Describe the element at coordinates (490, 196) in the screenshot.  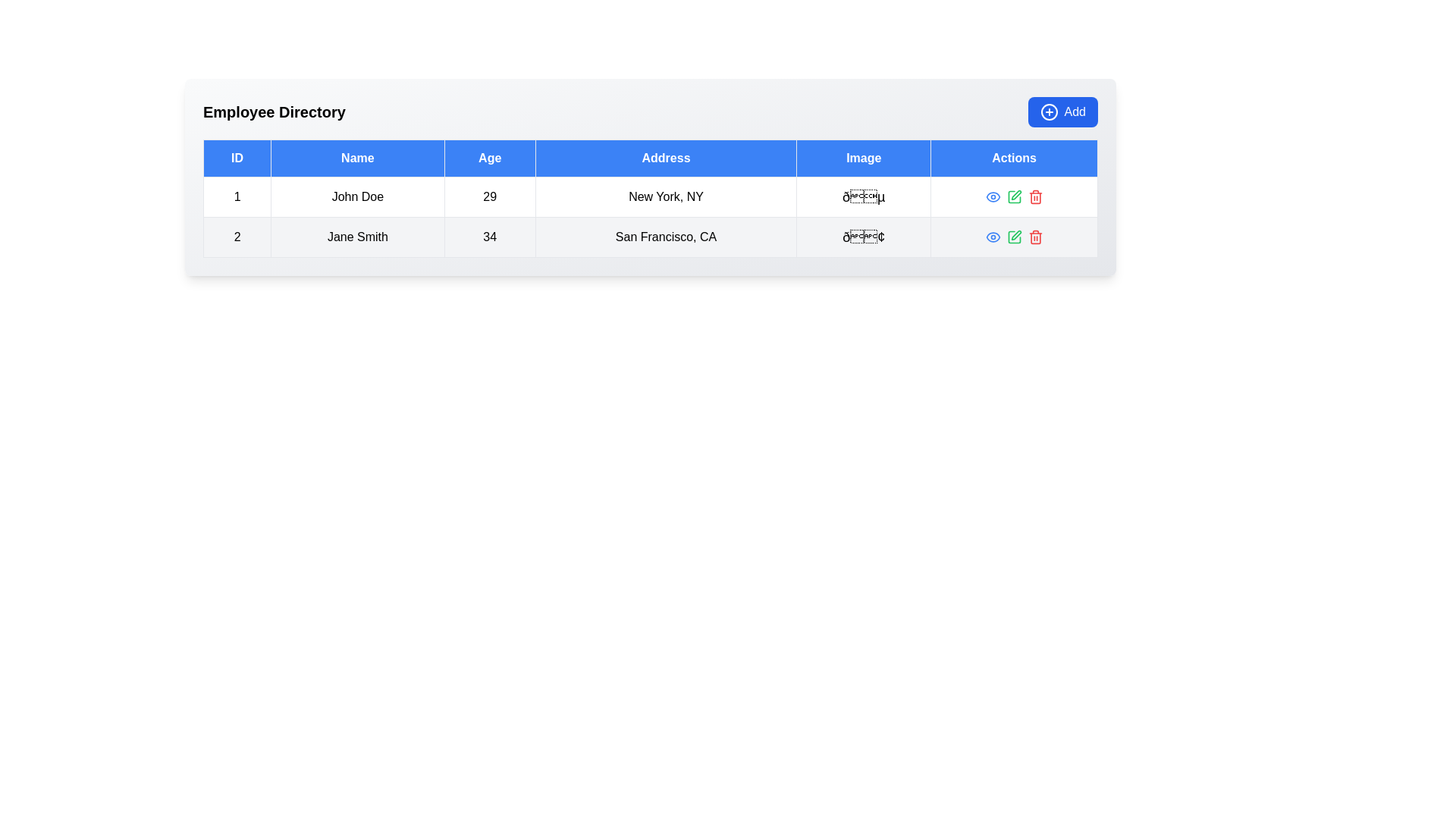
I see `the static table cell displaying the age of the individual listed in the first row, which is located in the third column of the table, between 'John Doe' and 'New York, NY'` at that location.